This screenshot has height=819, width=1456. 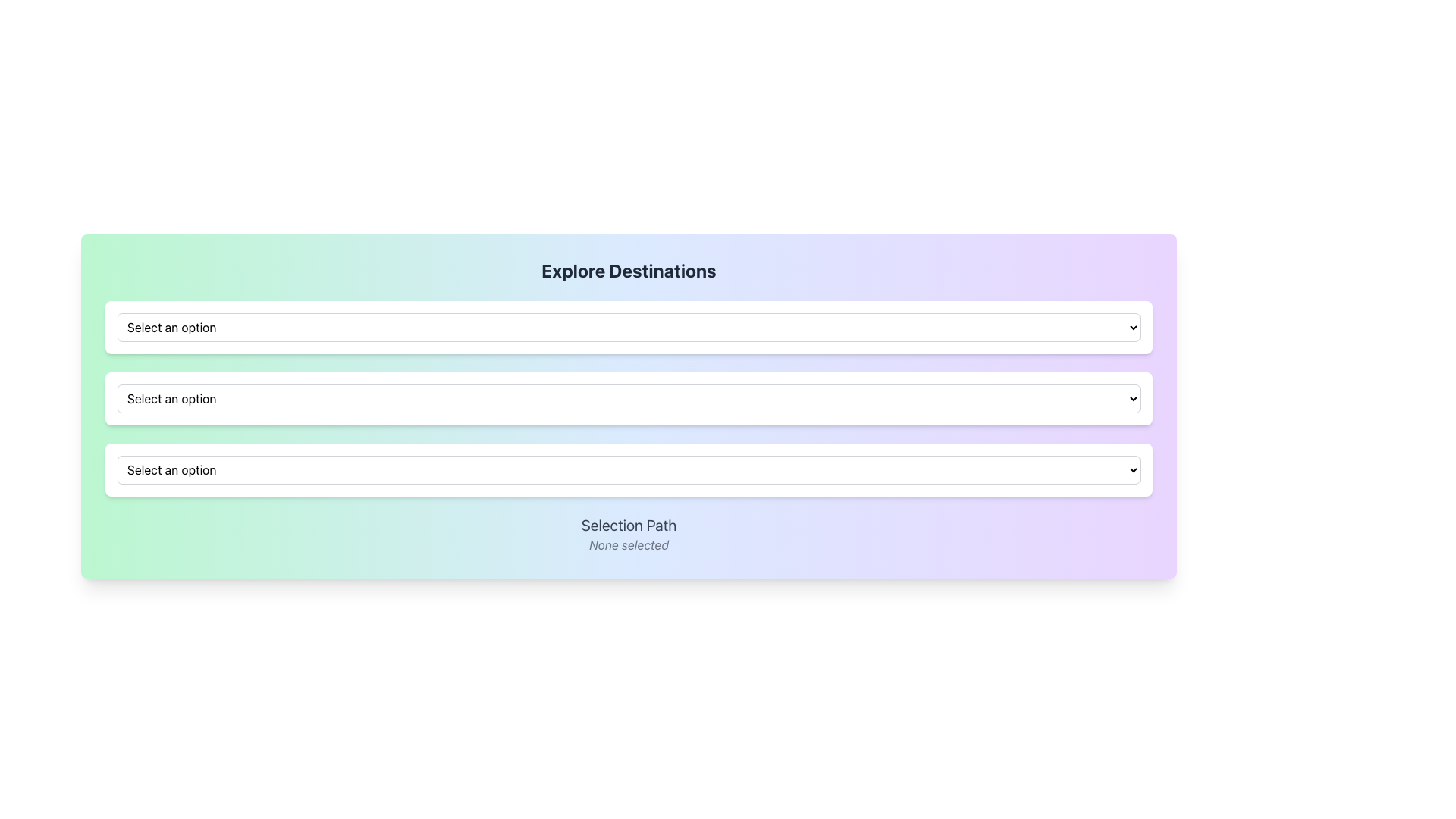 What do you see at coordinates (629, 327) in the screenshot?
I see `an option from the first dropdown menu located under the 'Explore Destinations' heading within the gradient background card` at bounding box center [629, 327].